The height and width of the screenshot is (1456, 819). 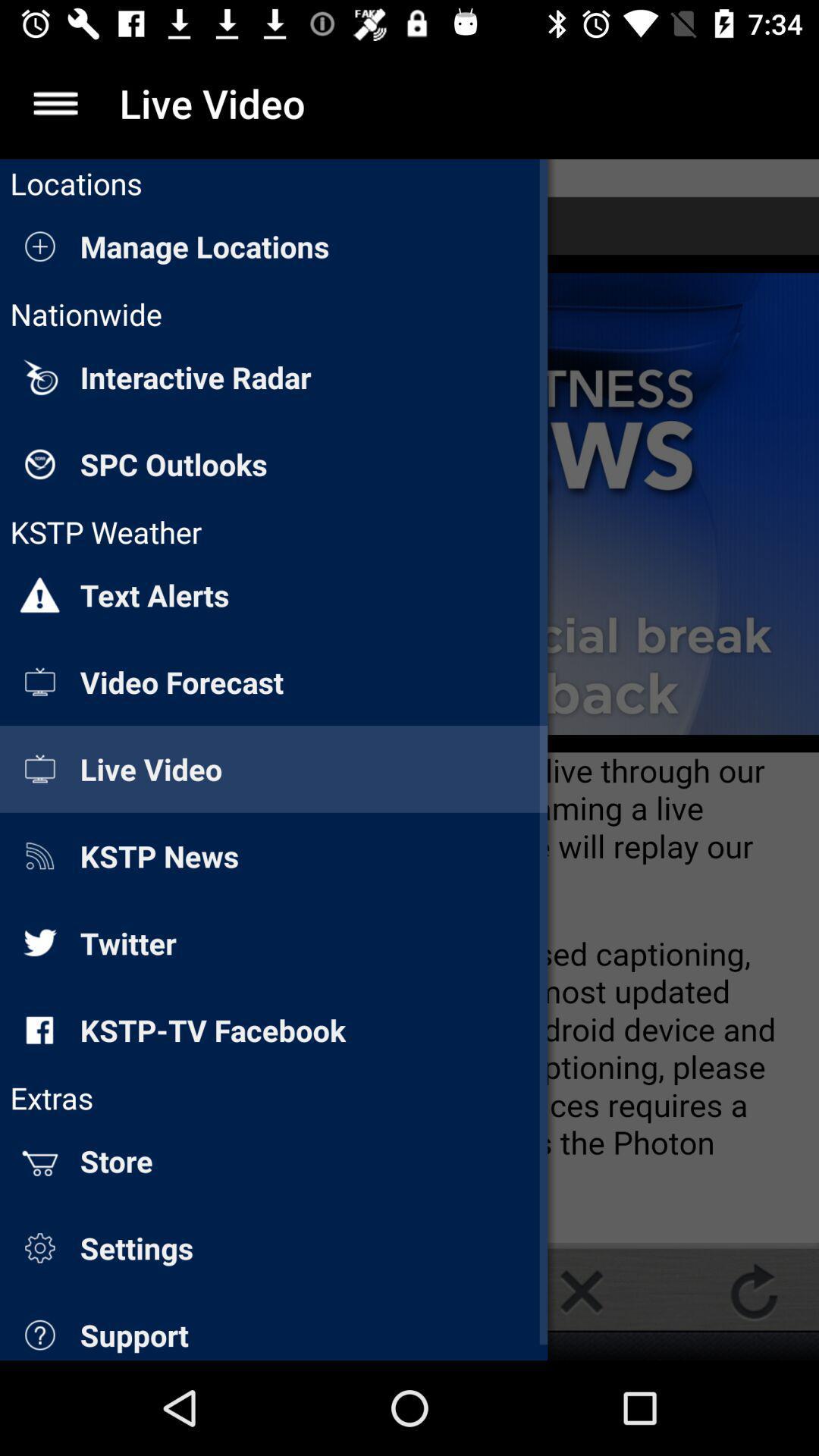 I want to click on the item next to the live video item, so click(x=55, y=102).